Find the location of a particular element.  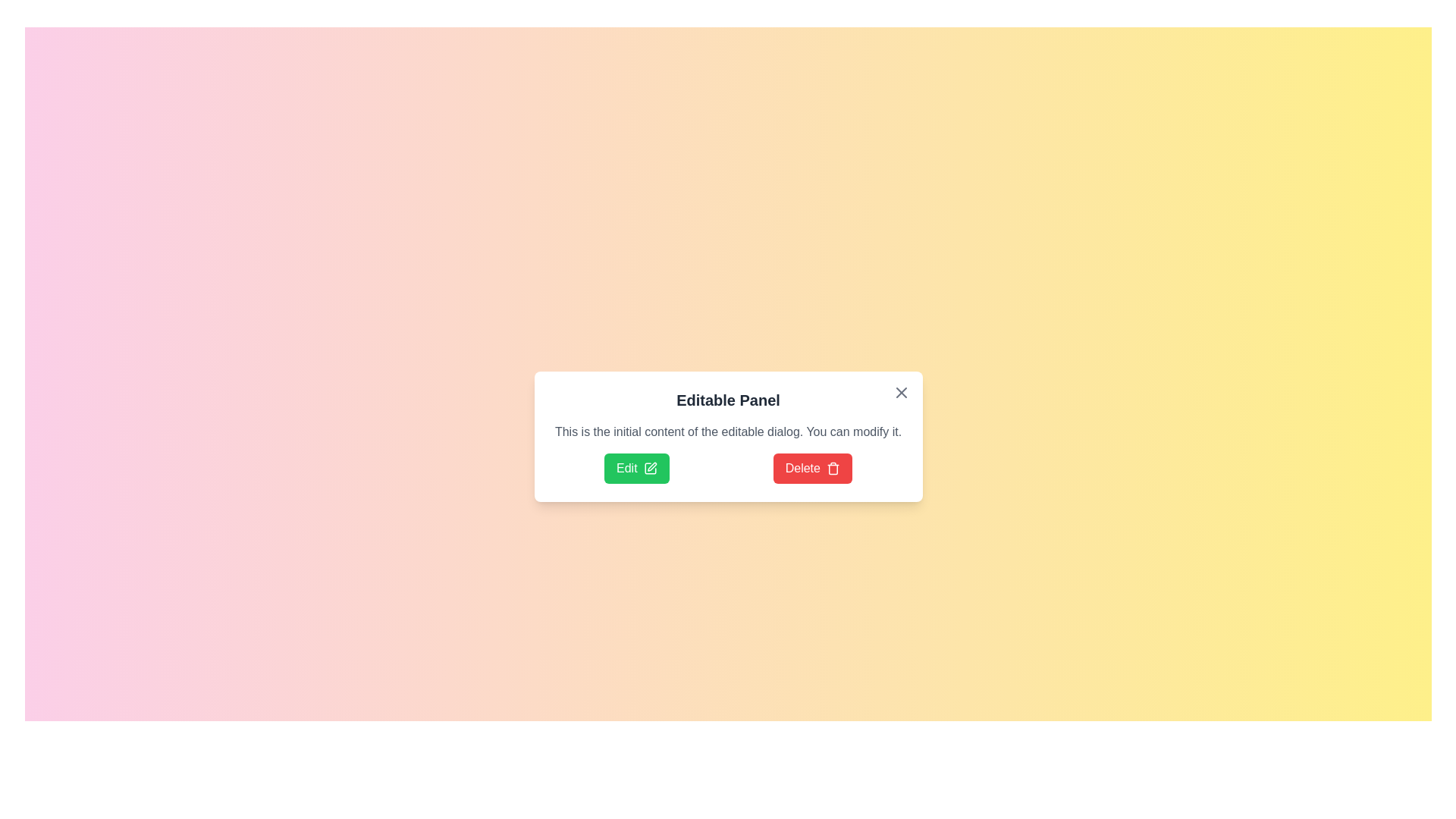

the text content of the editable dialog for copying is located at coordinates (551, 423).